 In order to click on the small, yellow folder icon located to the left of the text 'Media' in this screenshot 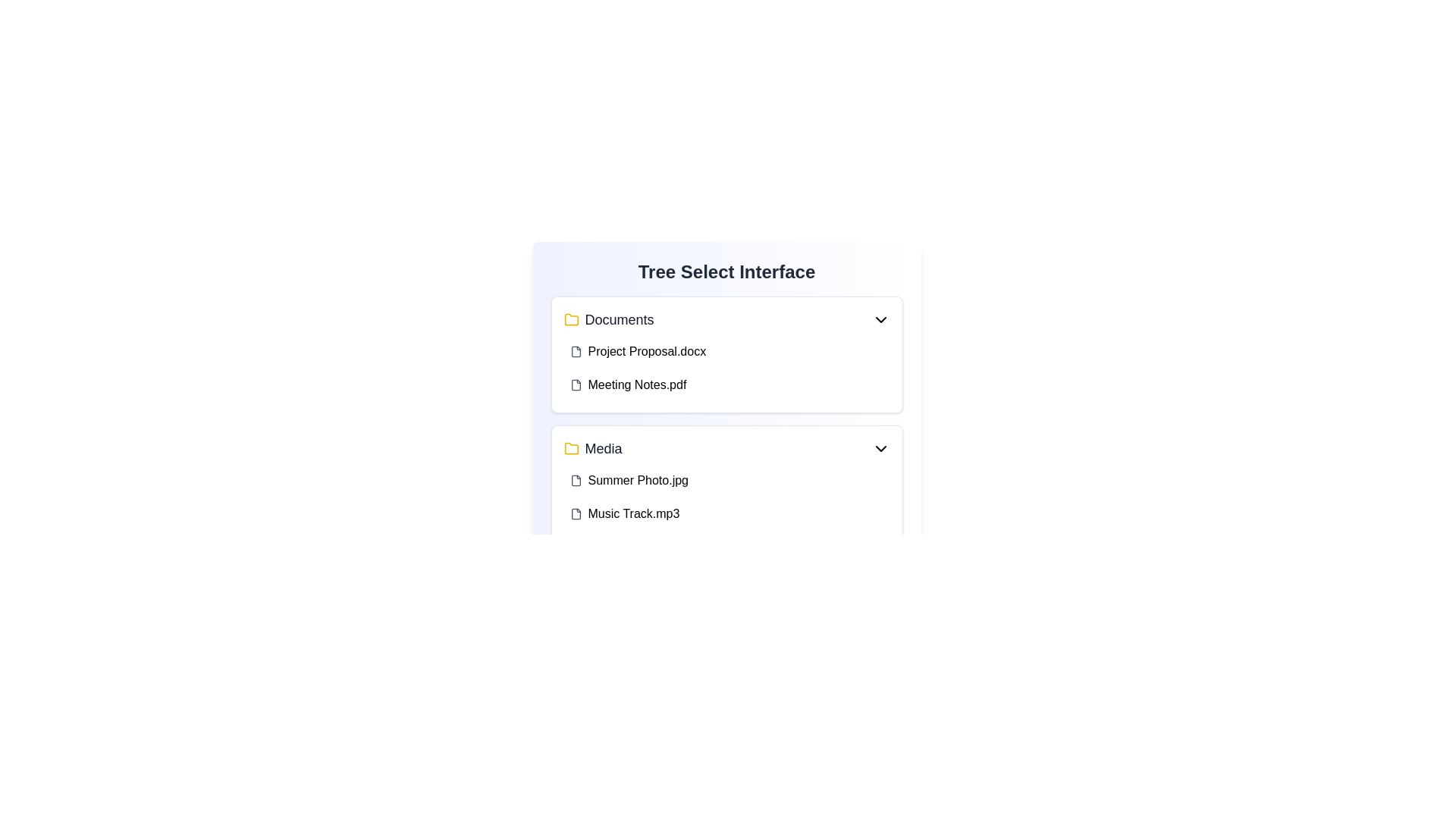, I will do `click(570, 447)`.